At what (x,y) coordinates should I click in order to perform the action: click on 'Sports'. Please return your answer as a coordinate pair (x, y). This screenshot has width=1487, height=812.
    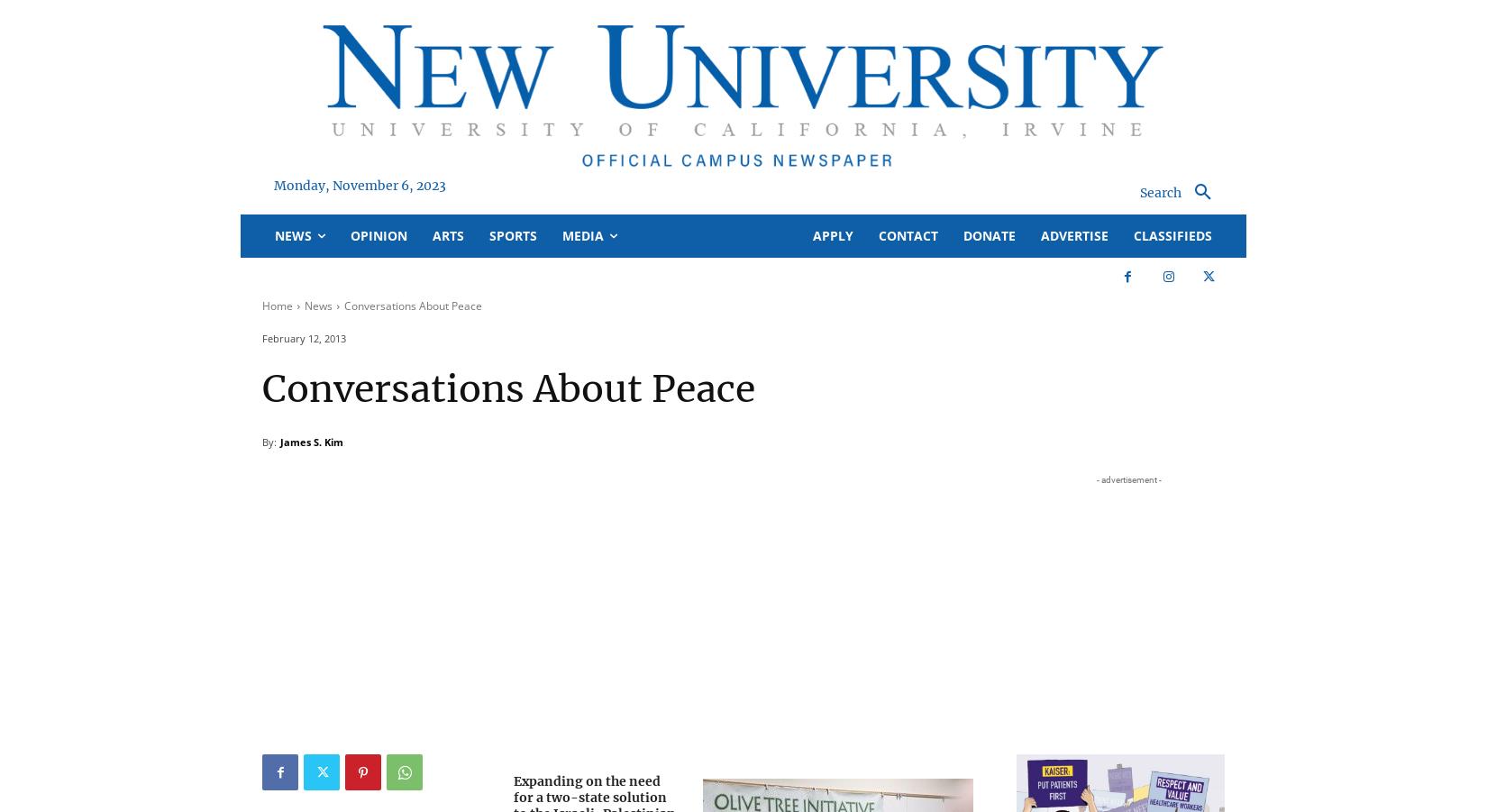
    Looking at the image, I should click on (512, 234).